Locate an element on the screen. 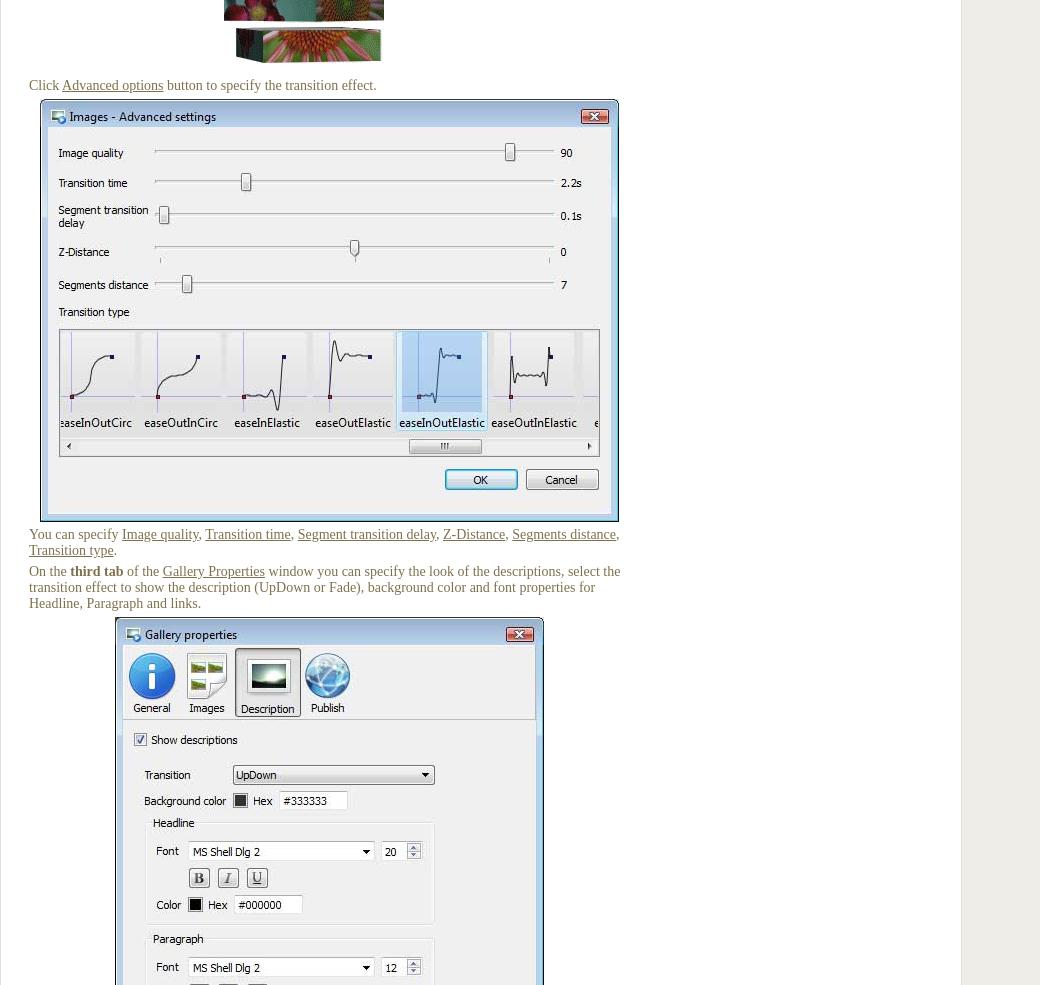 Image resolution: width=1040 pixels, height=985 pixels. 'You can specify' is located at coordinates (74, 533).